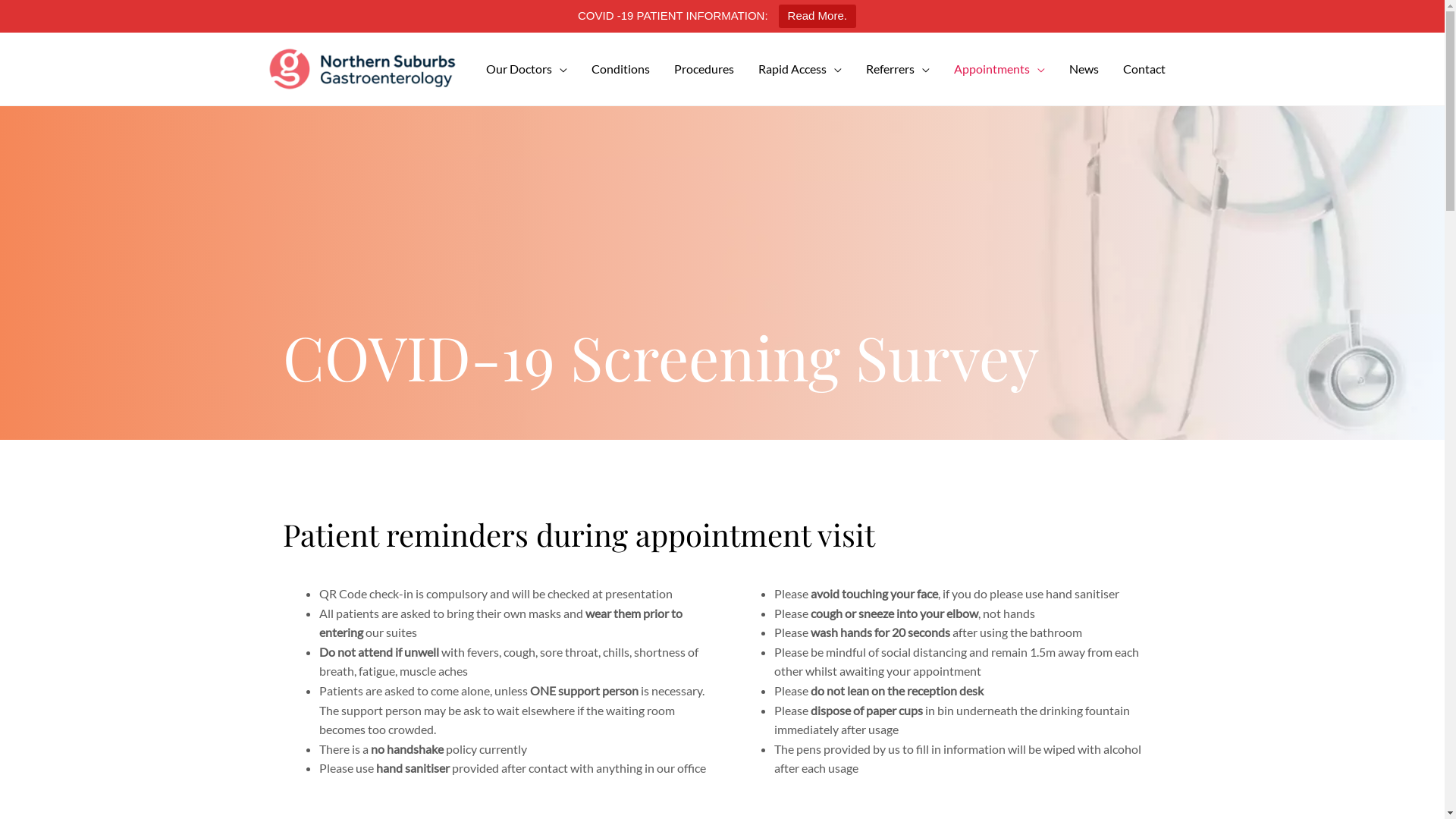 This screenshot has width=1456, height=819. What do you see at coordinates (1083, 69) in the screenshot?
I see `'News'` at bounding box center [1083, 69].